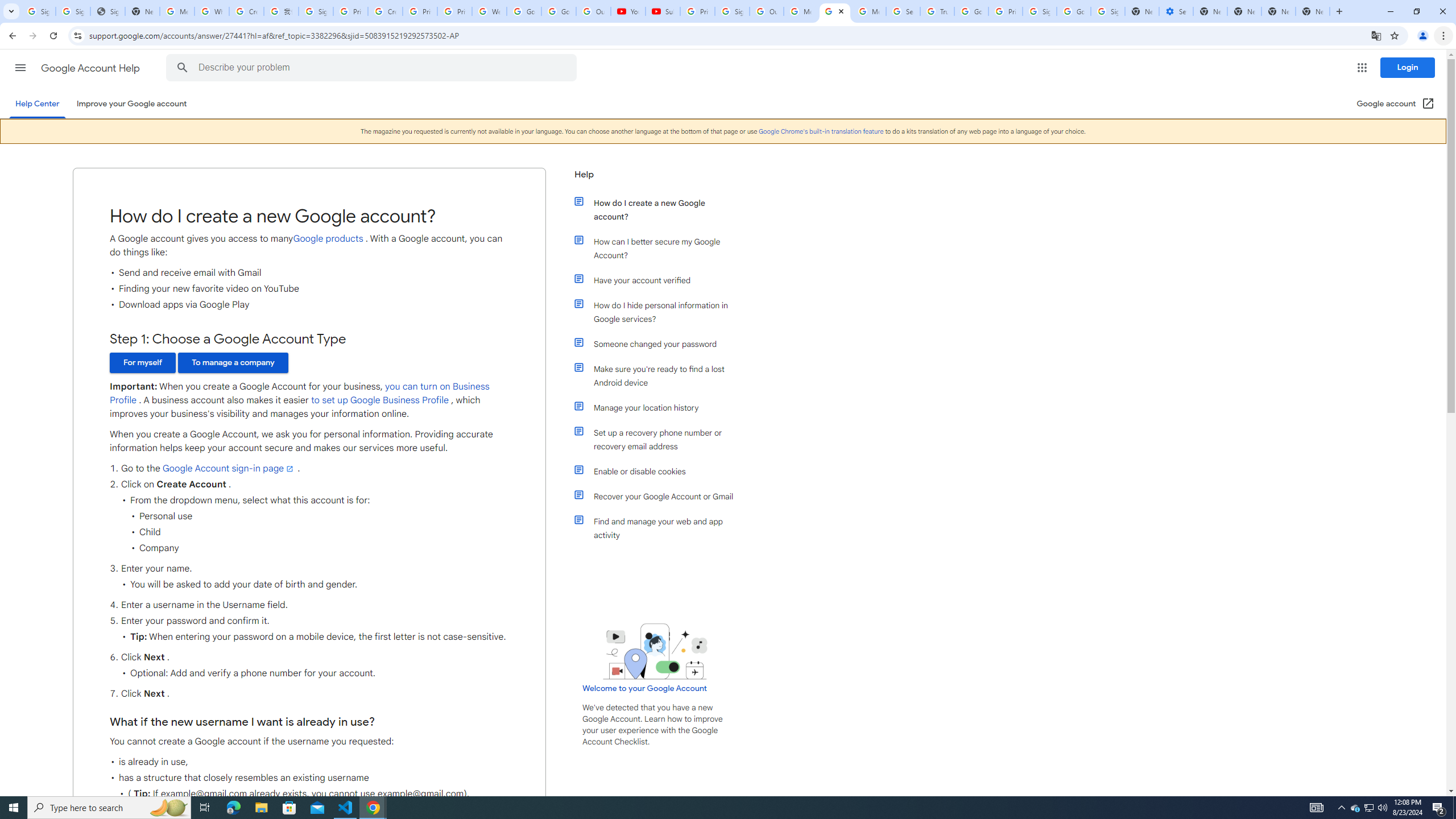 This screenshot has width=1456, height=819. What do you see at coordinates (644, 688) in the screenshot?
I see `'Welcome to your Google Account'` at bounding box center [644, 688].